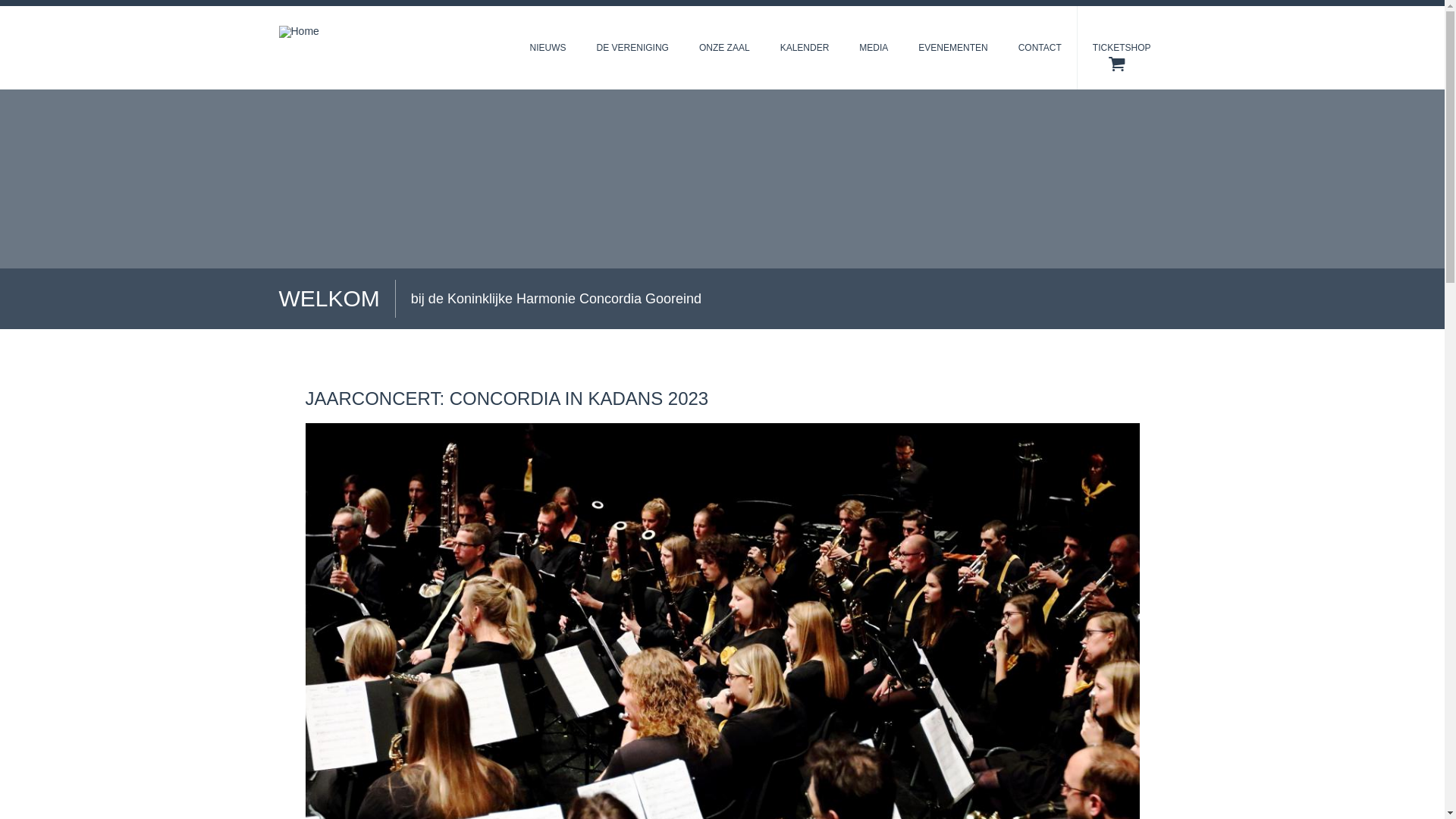 The image size is (1456, 819). What do you see at coordinates (874, 46) in the screenshot?
I see `'MEDIA'` at bounding box center [874, 46].